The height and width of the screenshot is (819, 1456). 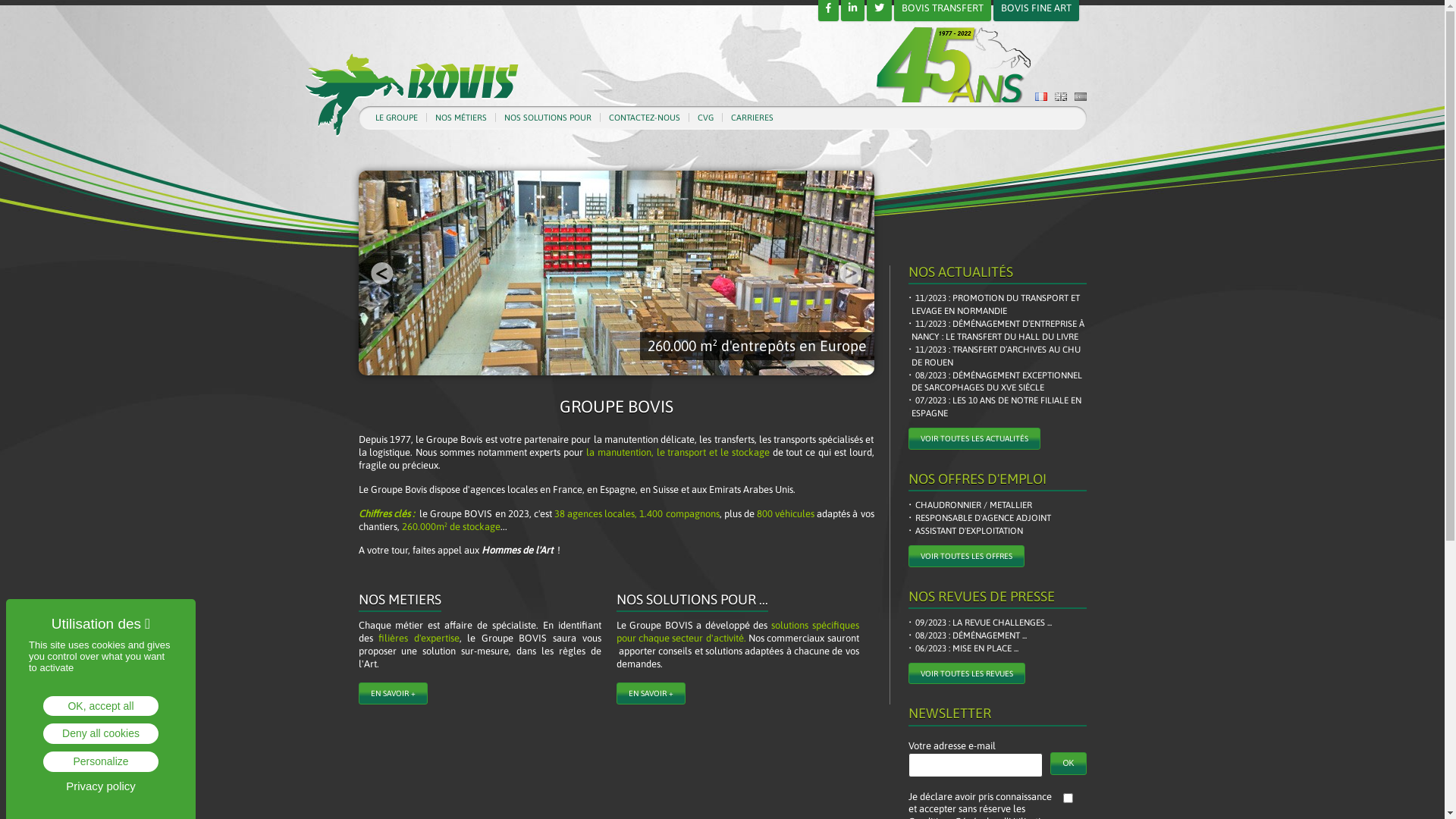 I want to click on 'RESPONSABLE D'AGENCE ADJOINT', so click(x=981, y=517).